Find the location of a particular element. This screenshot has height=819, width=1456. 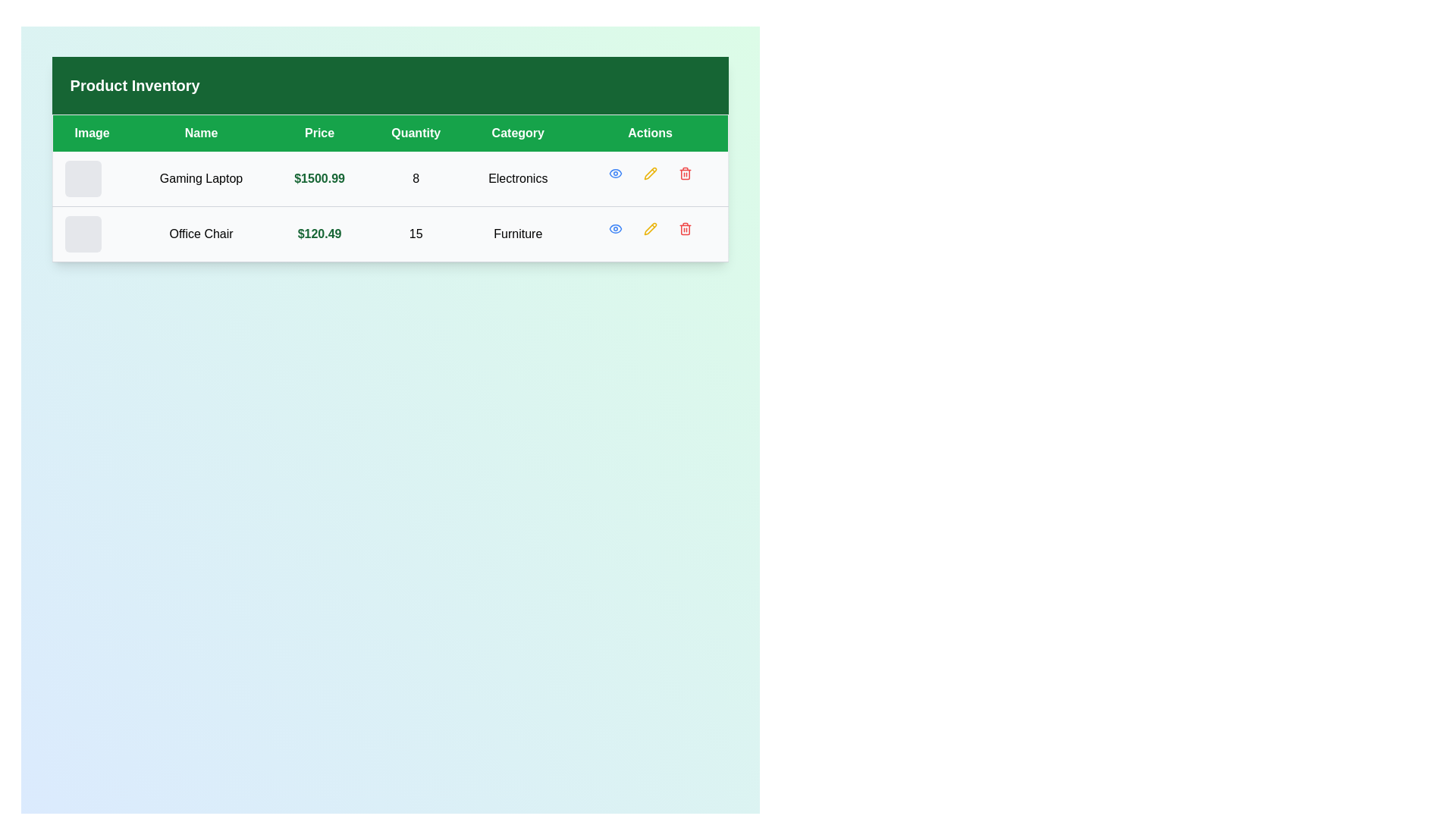

the yellow pencil icon button located in the 'Actions' column of the second row of the product inventory table next to 'Office Chair' is located at coordinates (650, 228).